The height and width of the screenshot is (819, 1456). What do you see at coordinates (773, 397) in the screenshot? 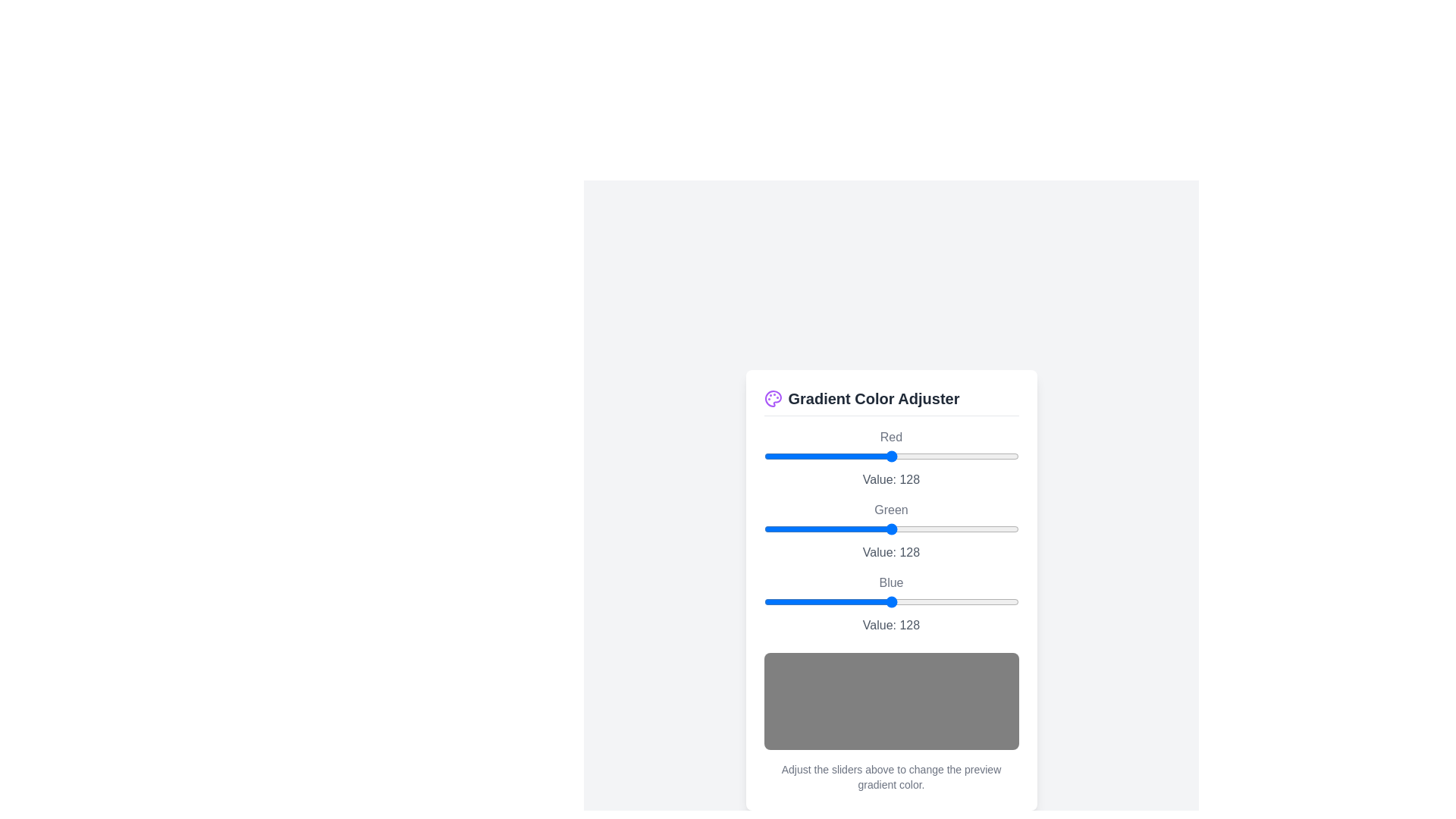
I see `the palette icon to open the color adjustment options` at bounding box center [773, 397].